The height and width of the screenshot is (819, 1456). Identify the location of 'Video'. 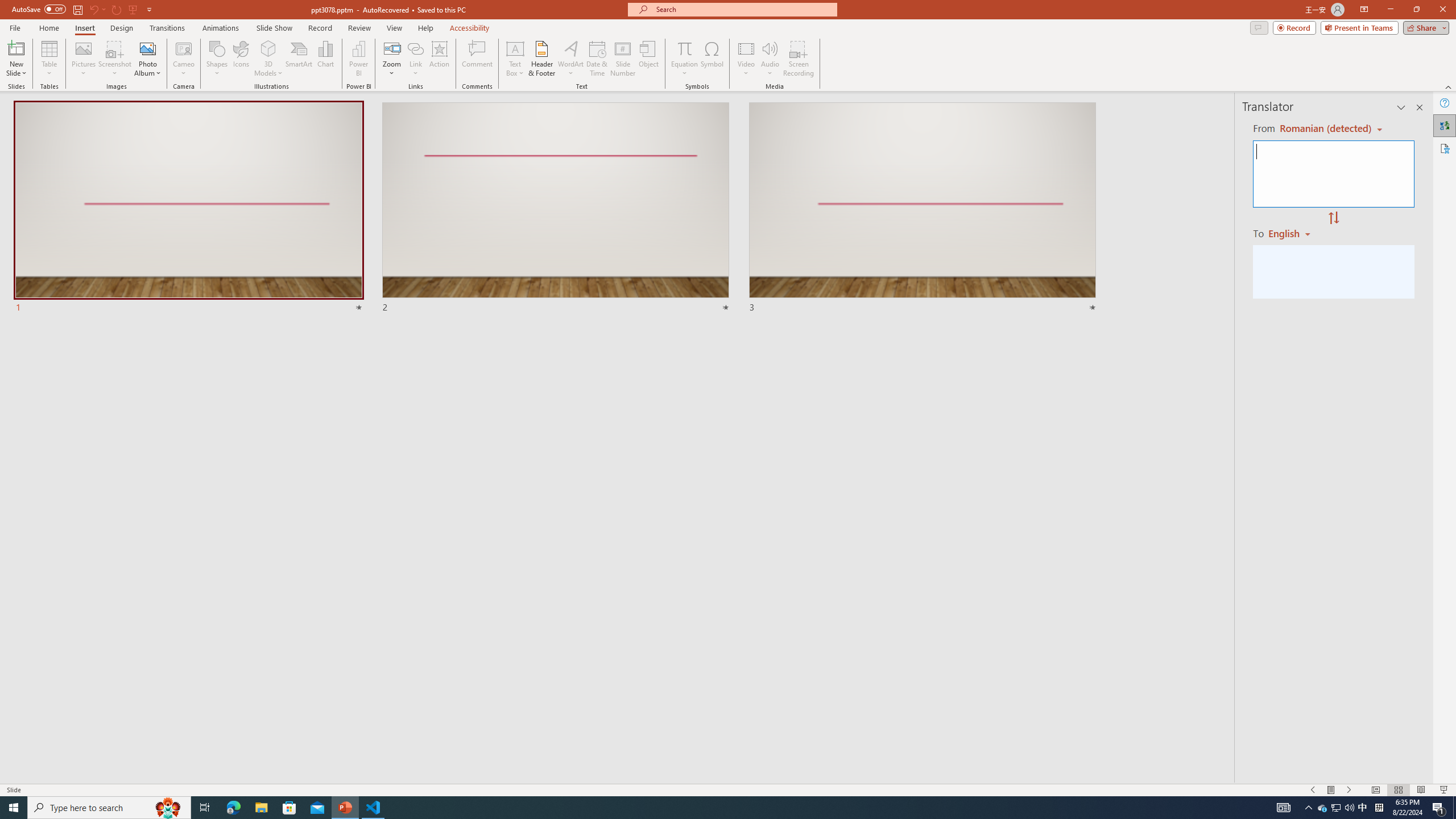
(746, 59).